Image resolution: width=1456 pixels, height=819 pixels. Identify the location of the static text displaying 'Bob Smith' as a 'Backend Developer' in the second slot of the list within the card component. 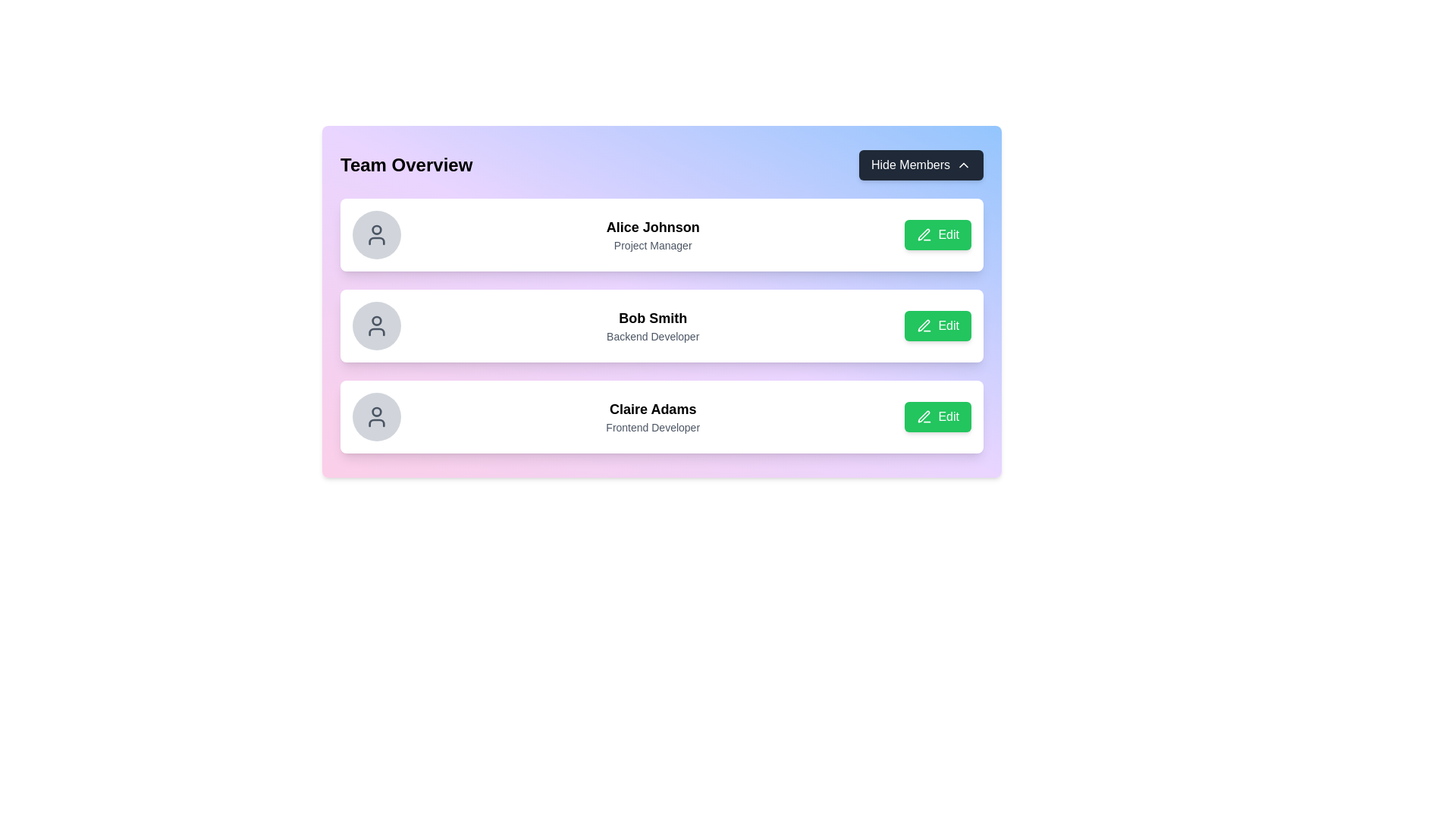
(653, 325).